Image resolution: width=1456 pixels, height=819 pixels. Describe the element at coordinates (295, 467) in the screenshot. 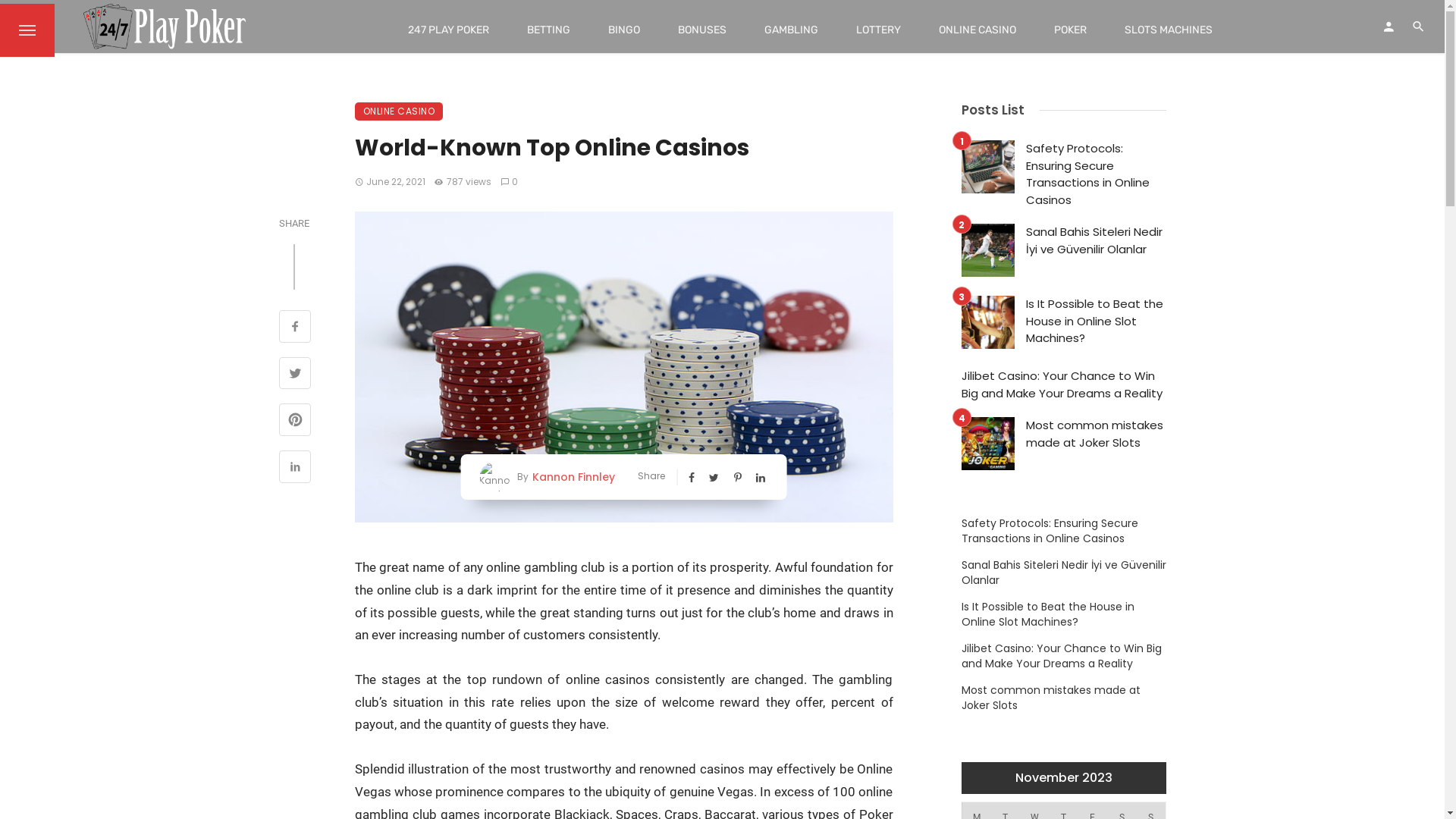

I see `'Share on Linkedin'` at that location.